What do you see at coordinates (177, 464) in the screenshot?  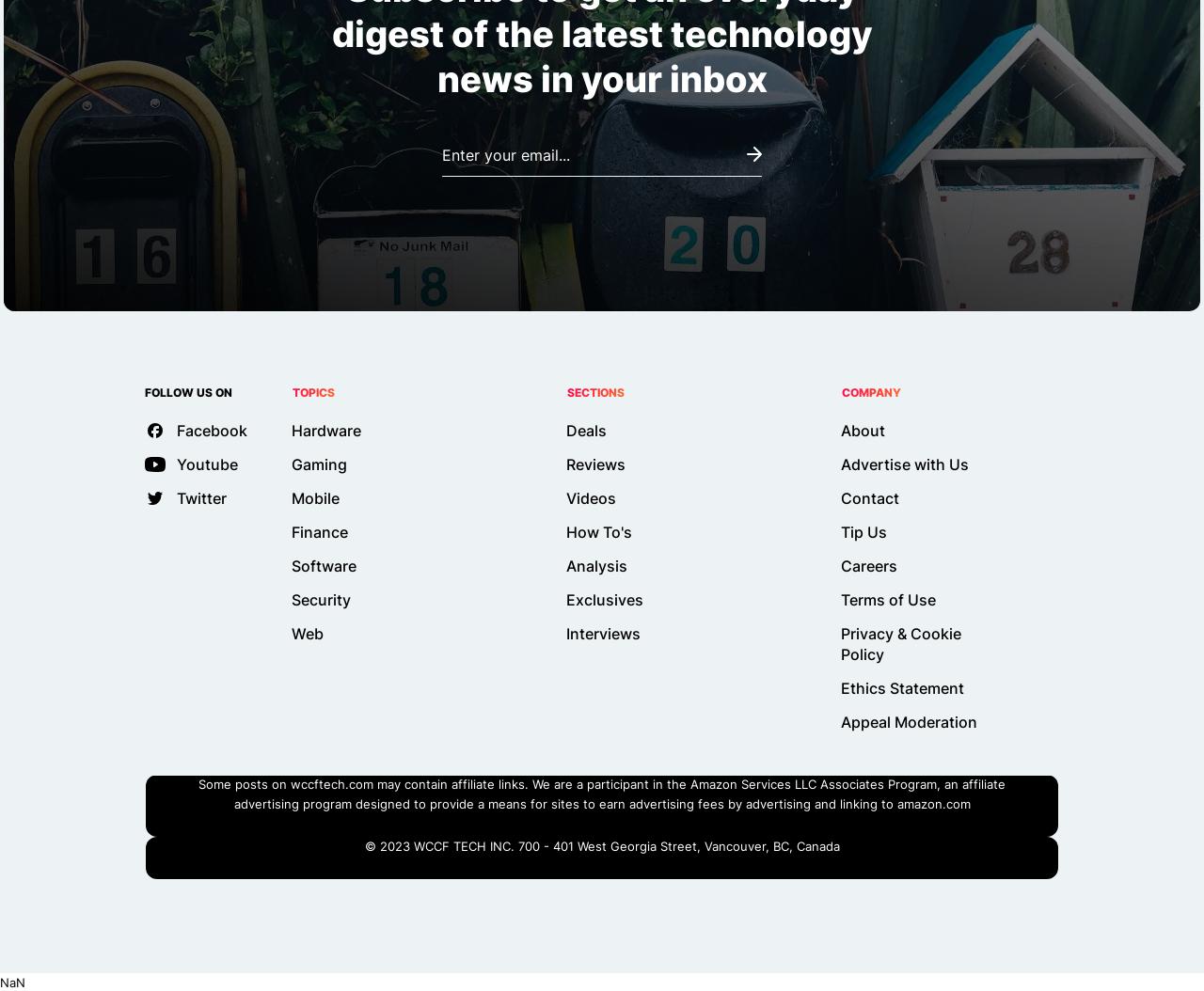 I see `'Youtube'` at bounding box center [177, 464].